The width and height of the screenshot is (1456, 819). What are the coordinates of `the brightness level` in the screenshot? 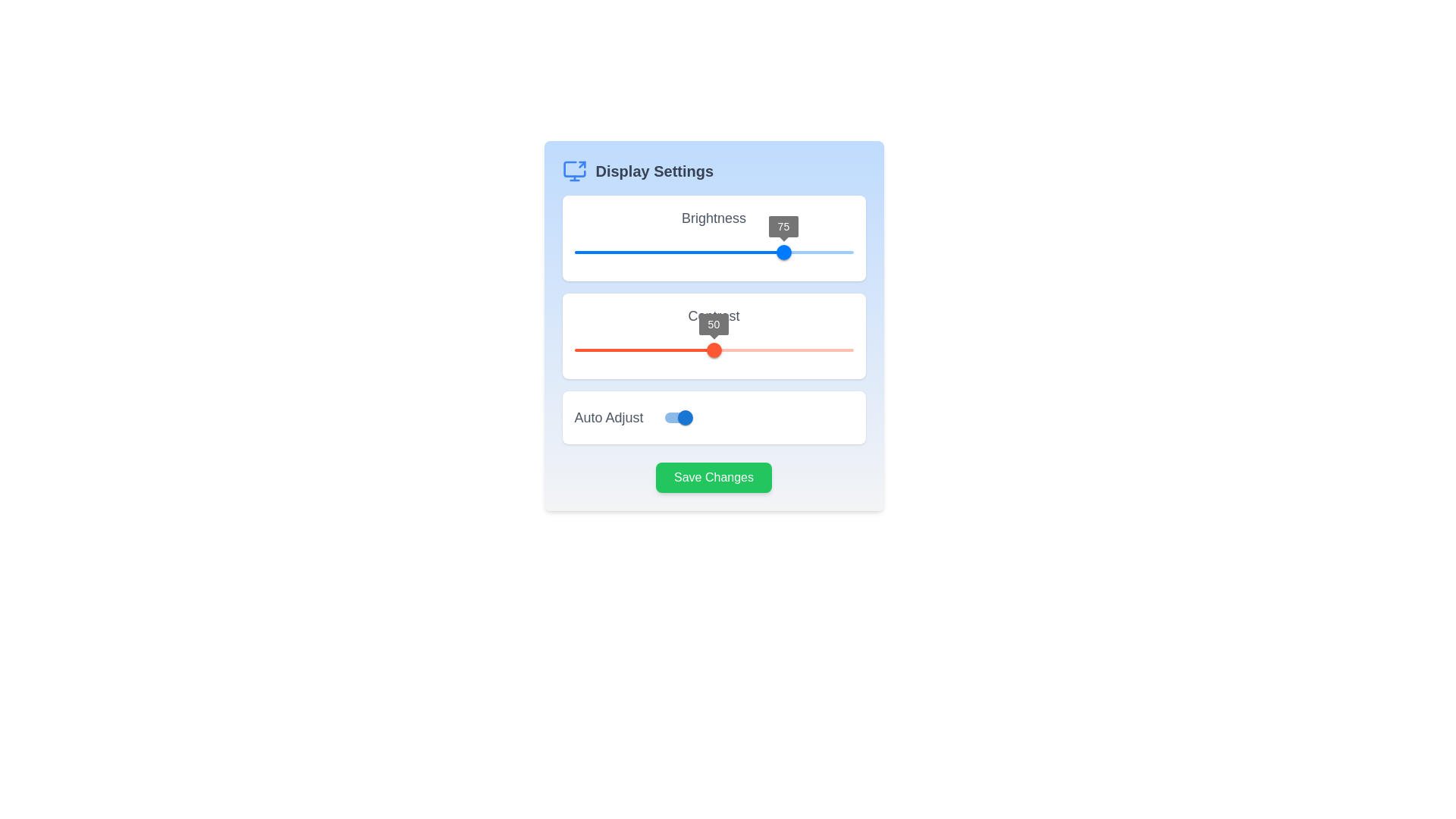 It's located at (601, 251).